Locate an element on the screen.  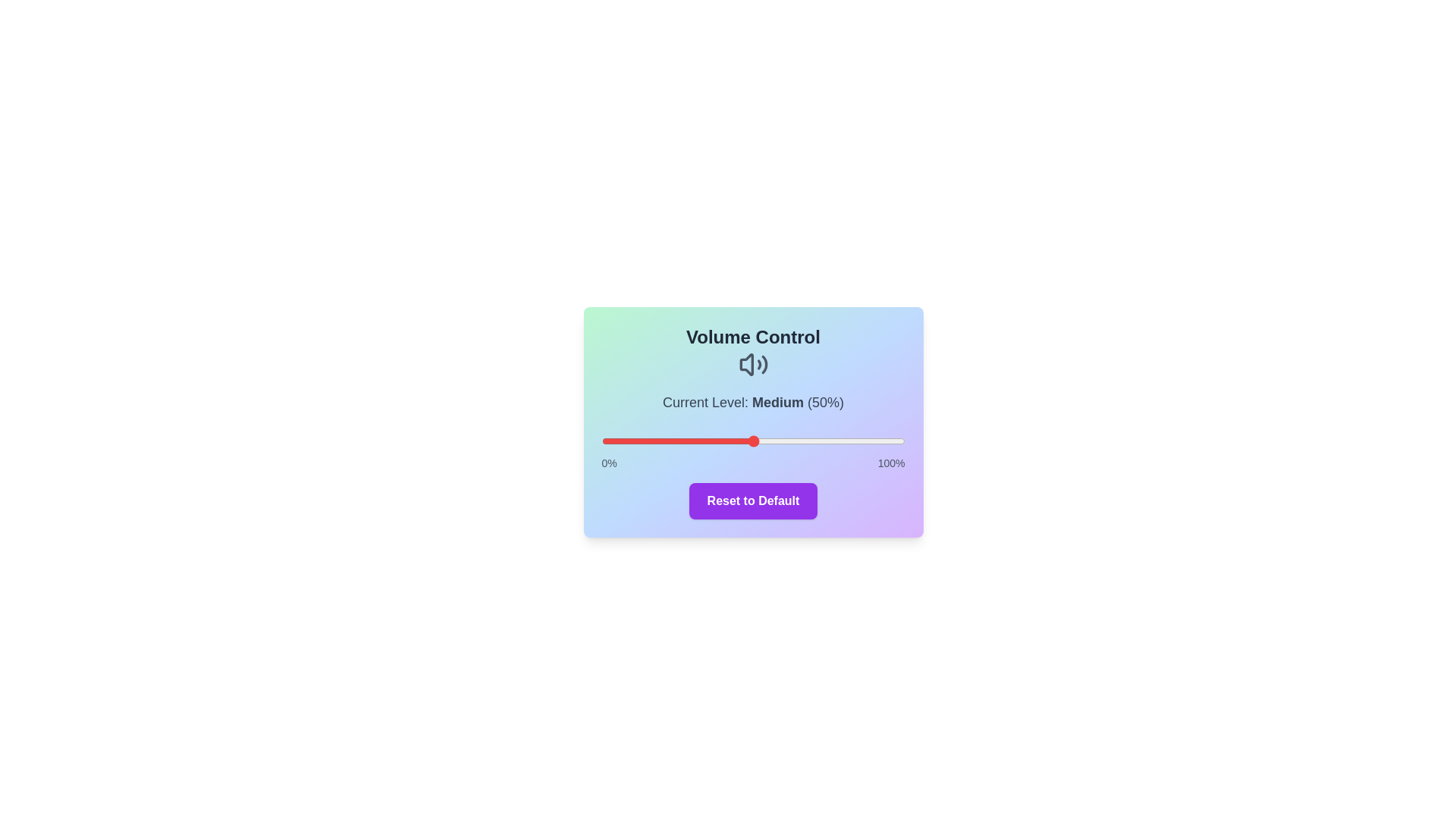
the volume to 70% by dragging the slider is located at coordinates (813, 441).